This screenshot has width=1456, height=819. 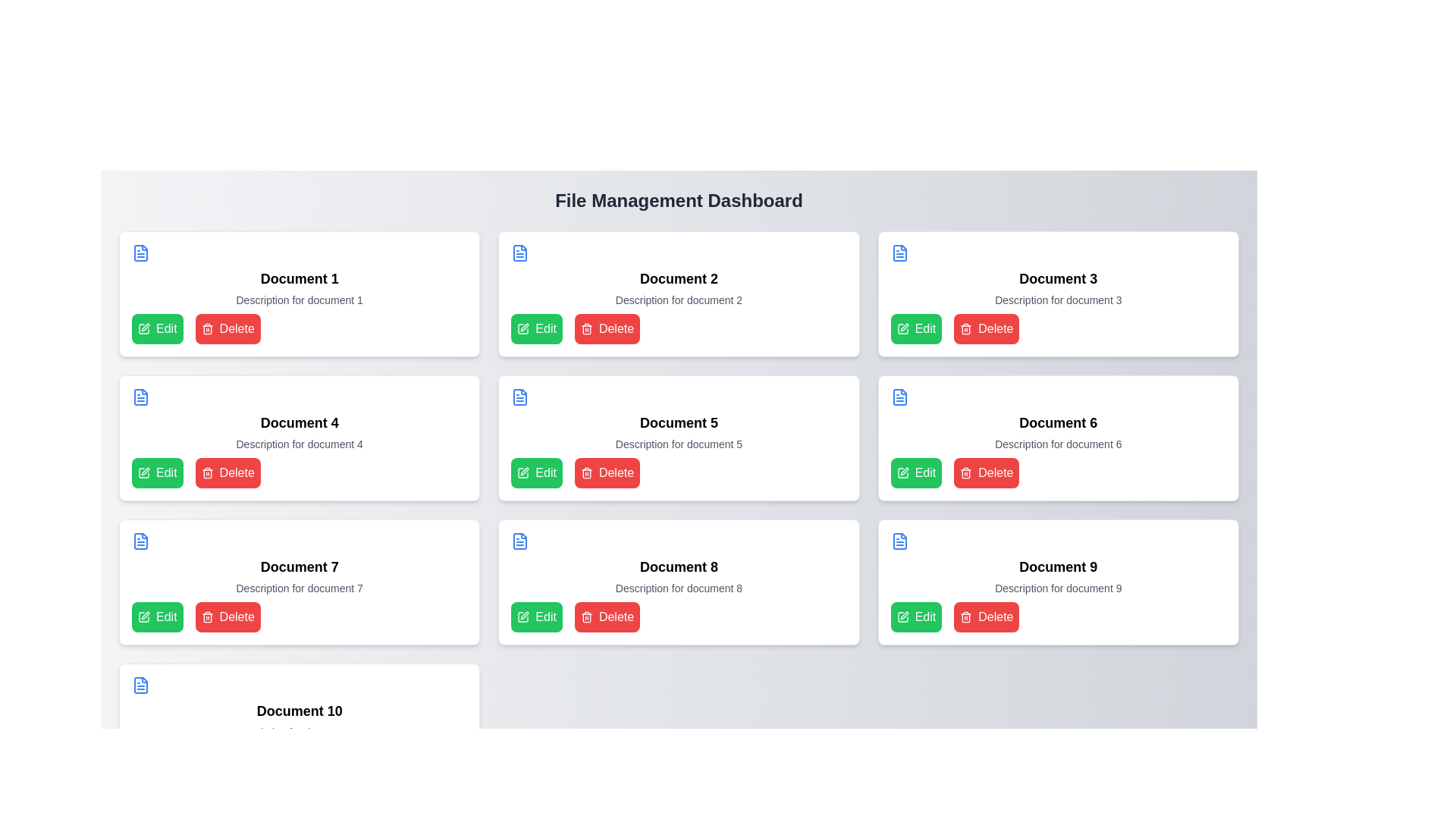 I want to click on the 'Edit' button which contains the SVG icon positioned on the left side of the button's text, so click(x=144, y=328).